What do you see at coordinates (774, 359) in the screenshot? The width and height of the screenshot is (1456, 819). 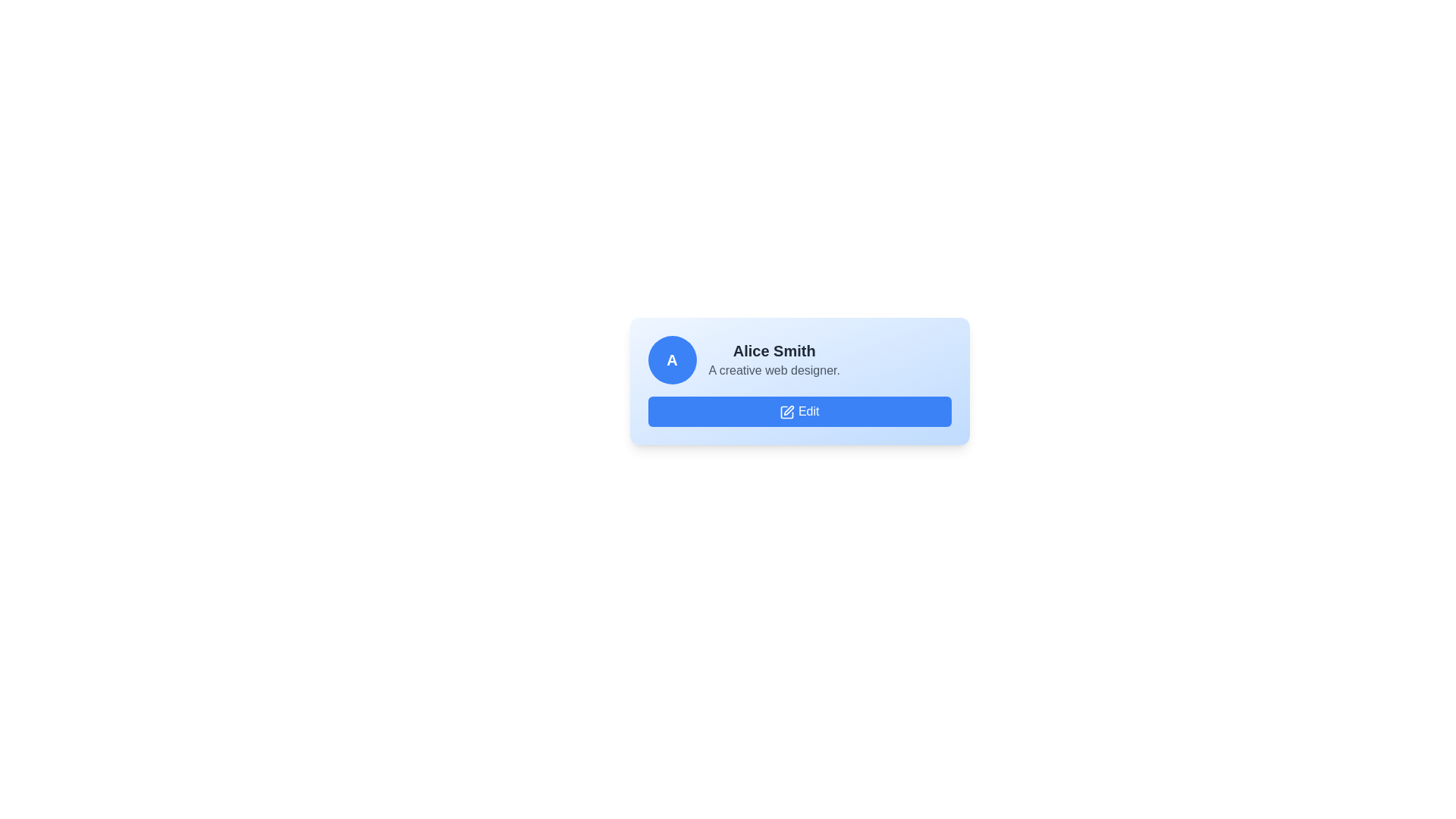 I see `the text display section that presents the user's name and brief description, located to the right of the circular icon with 'A' and above the 'Edit' button` at bounding box center [774, 359].